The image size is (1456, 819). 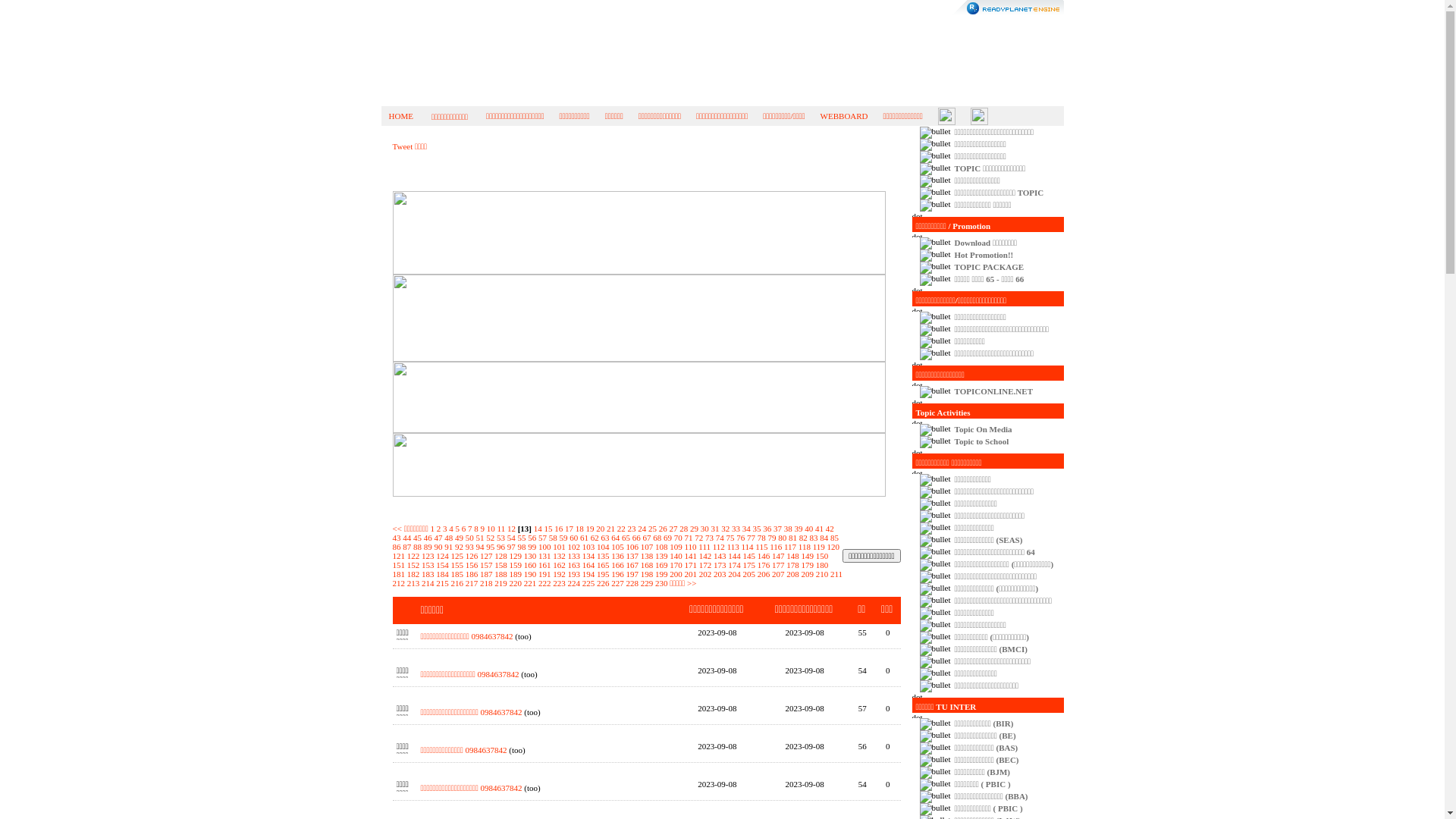 I want to click on '60', so click(x=568, y=537).